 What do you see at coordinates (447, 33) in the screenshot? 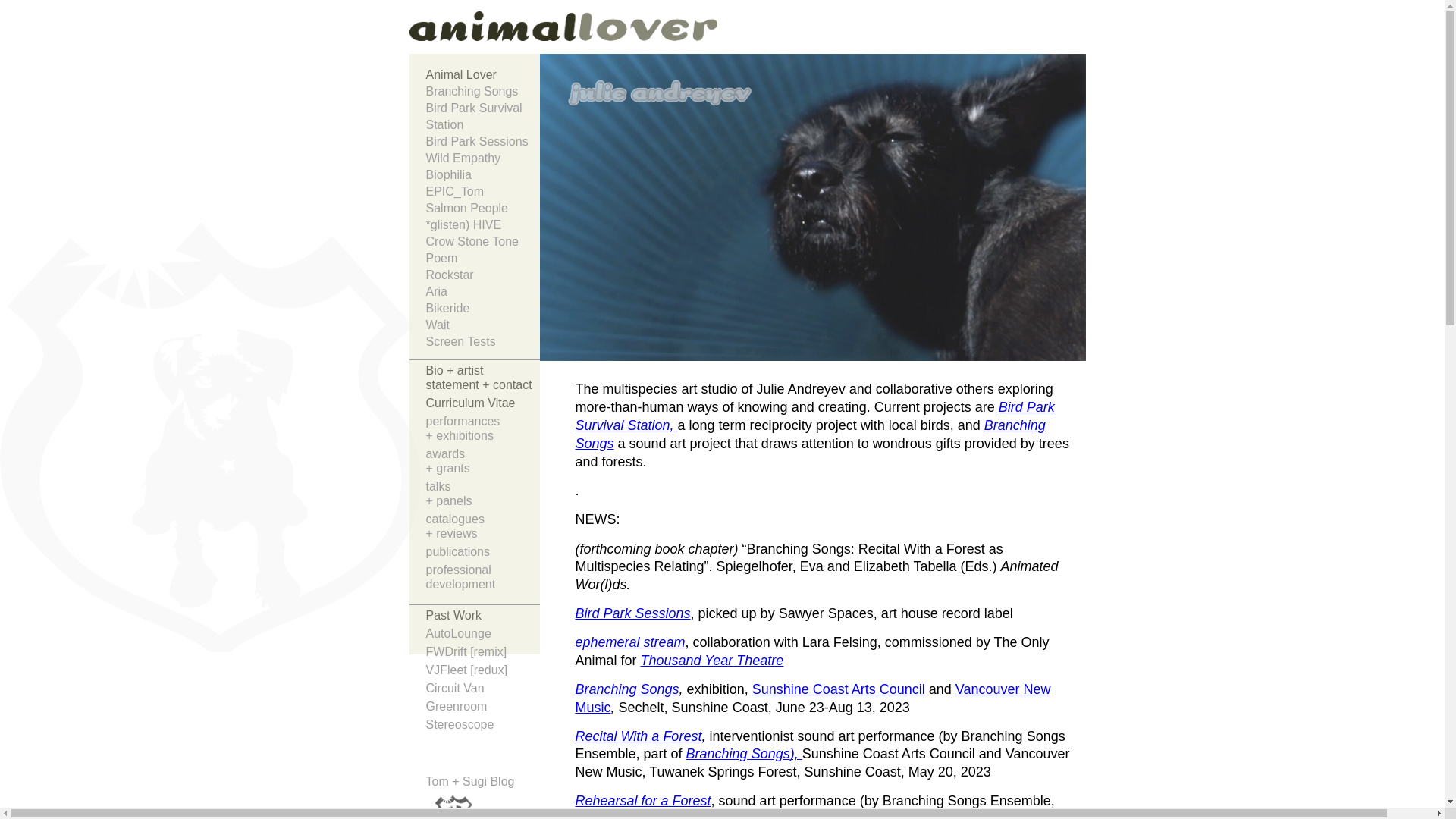
I see `'Julie Andreyev'` at bounding box center [447, 33].